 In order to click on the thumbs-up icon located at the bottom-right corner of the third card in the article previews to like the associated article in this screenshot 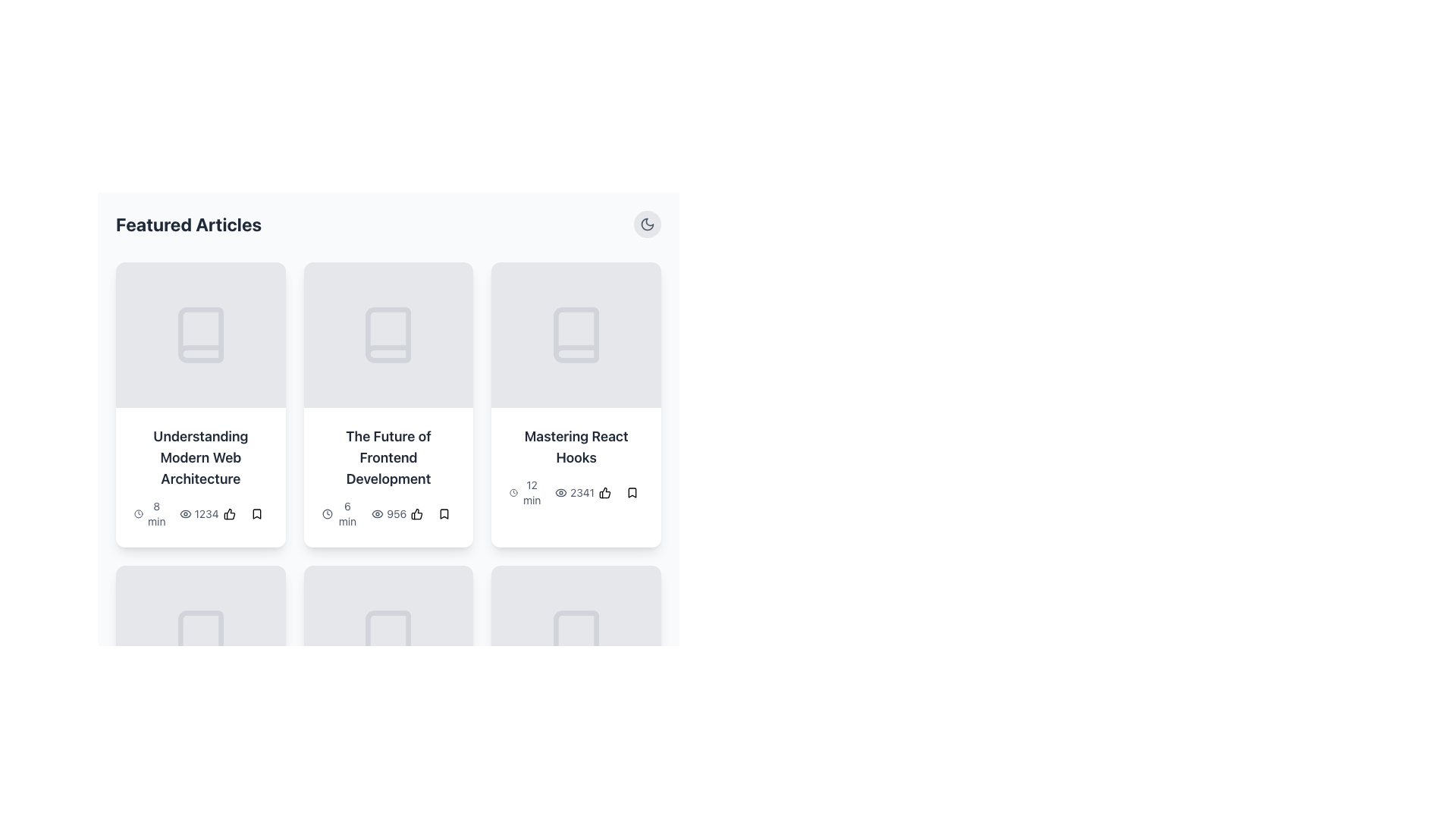, I will do `click(228, 513)`.